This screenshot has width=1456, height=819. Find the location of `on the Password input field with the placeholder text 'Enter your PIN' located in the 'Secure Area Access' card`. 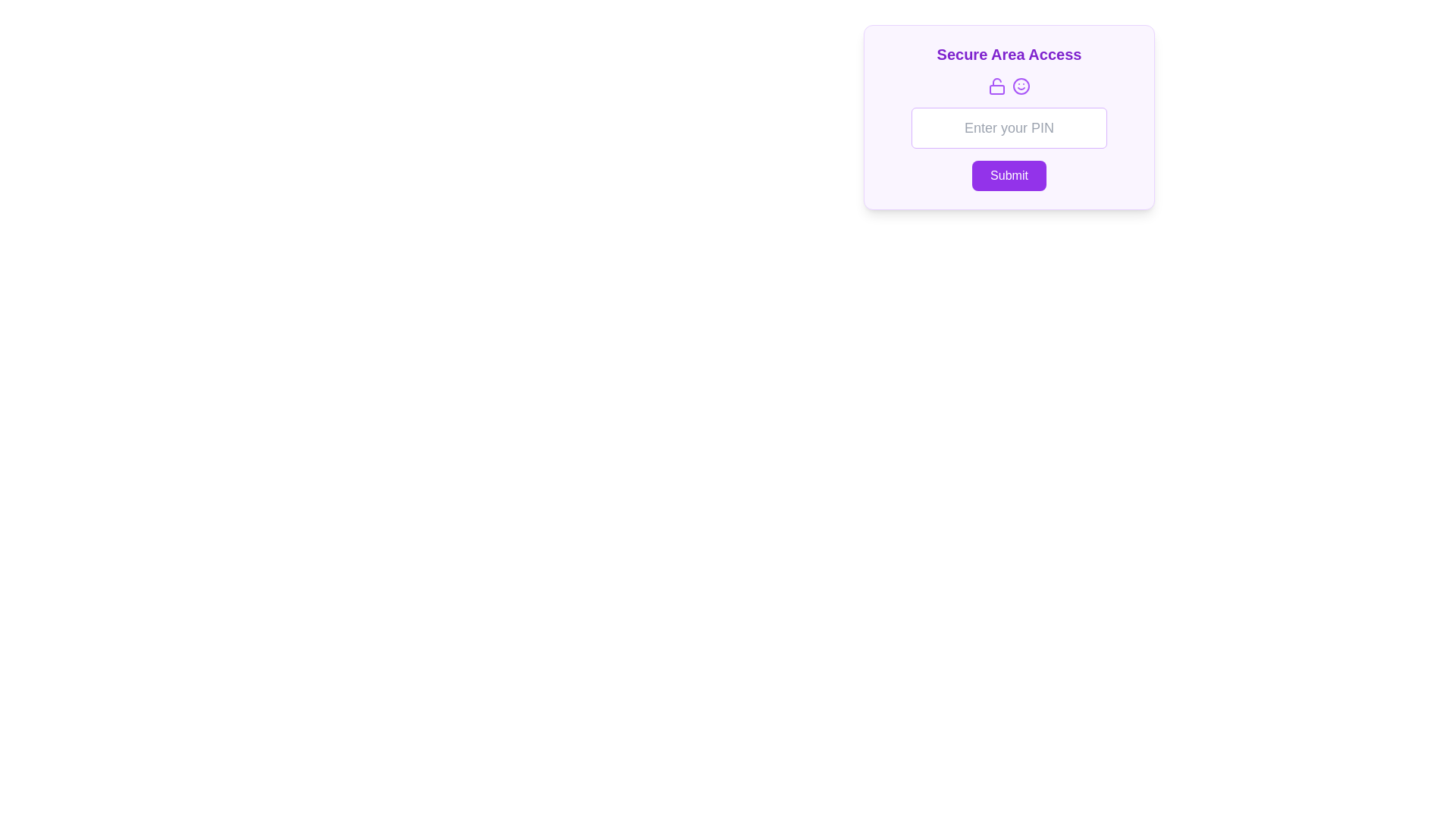

on the Password input field with the placeholder text 'Enter your PIN' located in the 'Secure Area Access' card is located at coordinates (1009, 127).